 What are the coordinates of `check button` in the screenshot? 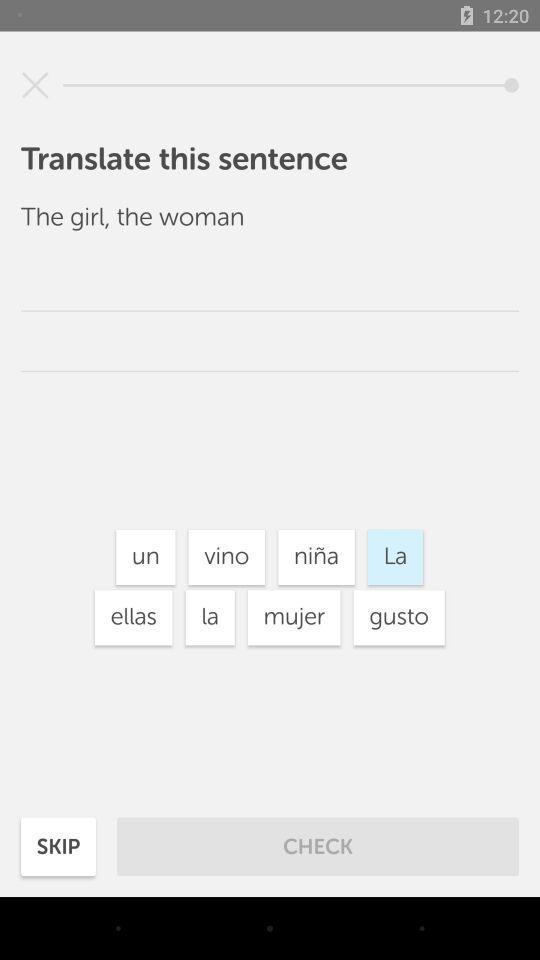 It's located at (318, 846).